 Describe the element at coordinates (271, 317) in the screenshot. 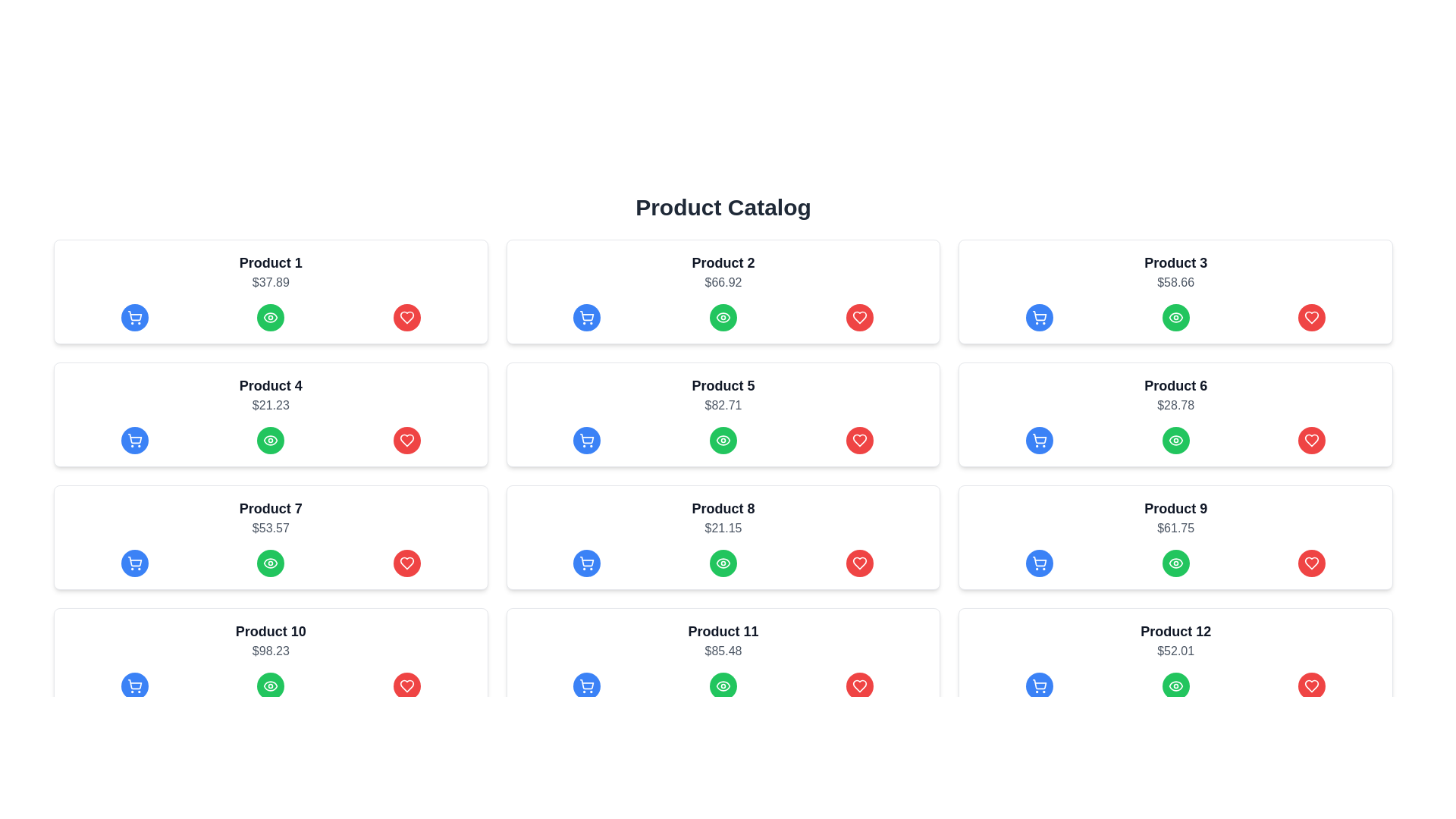

I see `the green circular glyph with an eye-like shape located in the middle of the interactive icons at the bottom of the fourth product card in the second row` at that location.